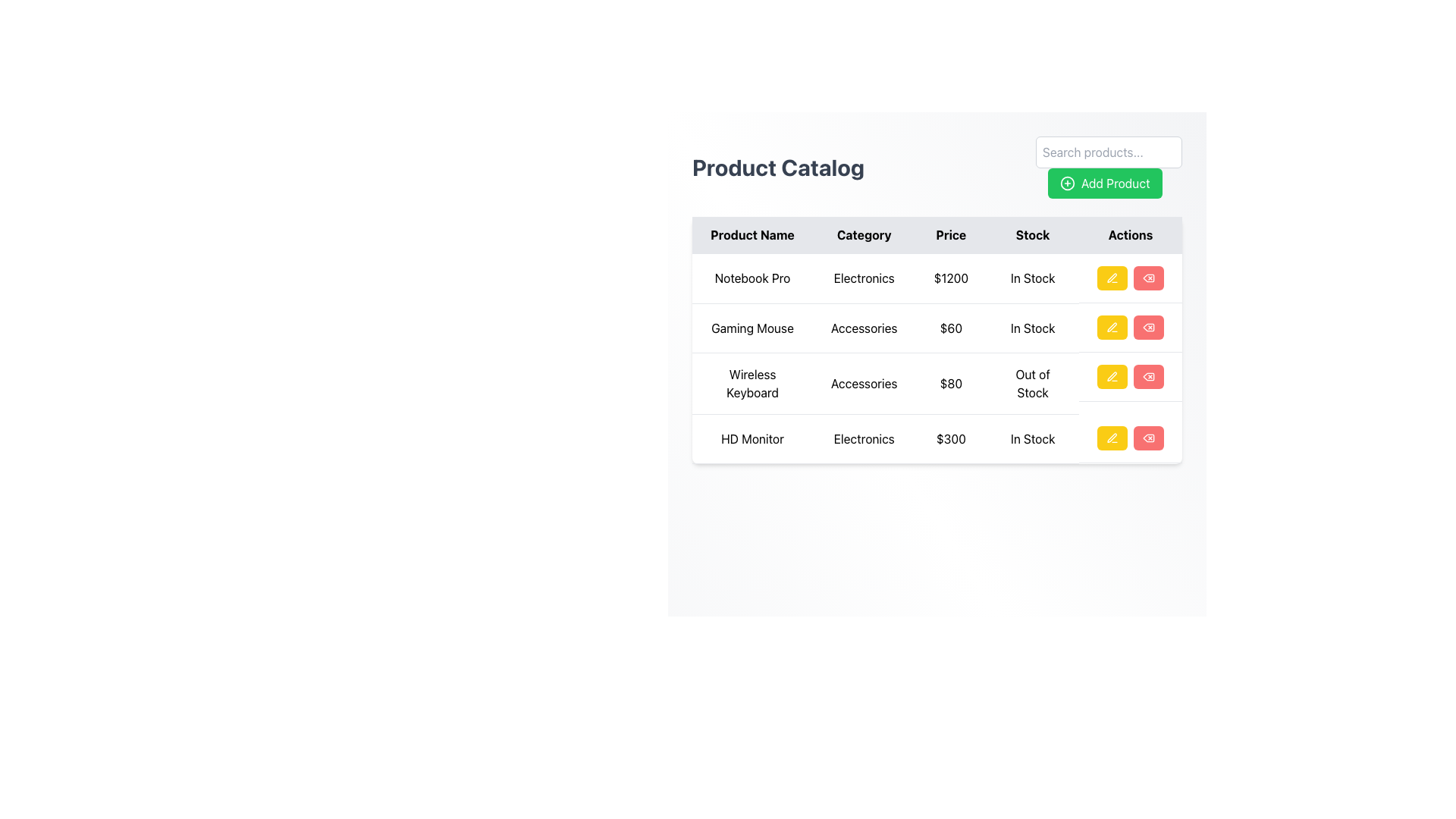 The image size is (1456, 819). I want to click on the edit Icon button located on the right side of the 'Wireless Keyboard' product entry in the Actions column of the table, so click(1112, 278).